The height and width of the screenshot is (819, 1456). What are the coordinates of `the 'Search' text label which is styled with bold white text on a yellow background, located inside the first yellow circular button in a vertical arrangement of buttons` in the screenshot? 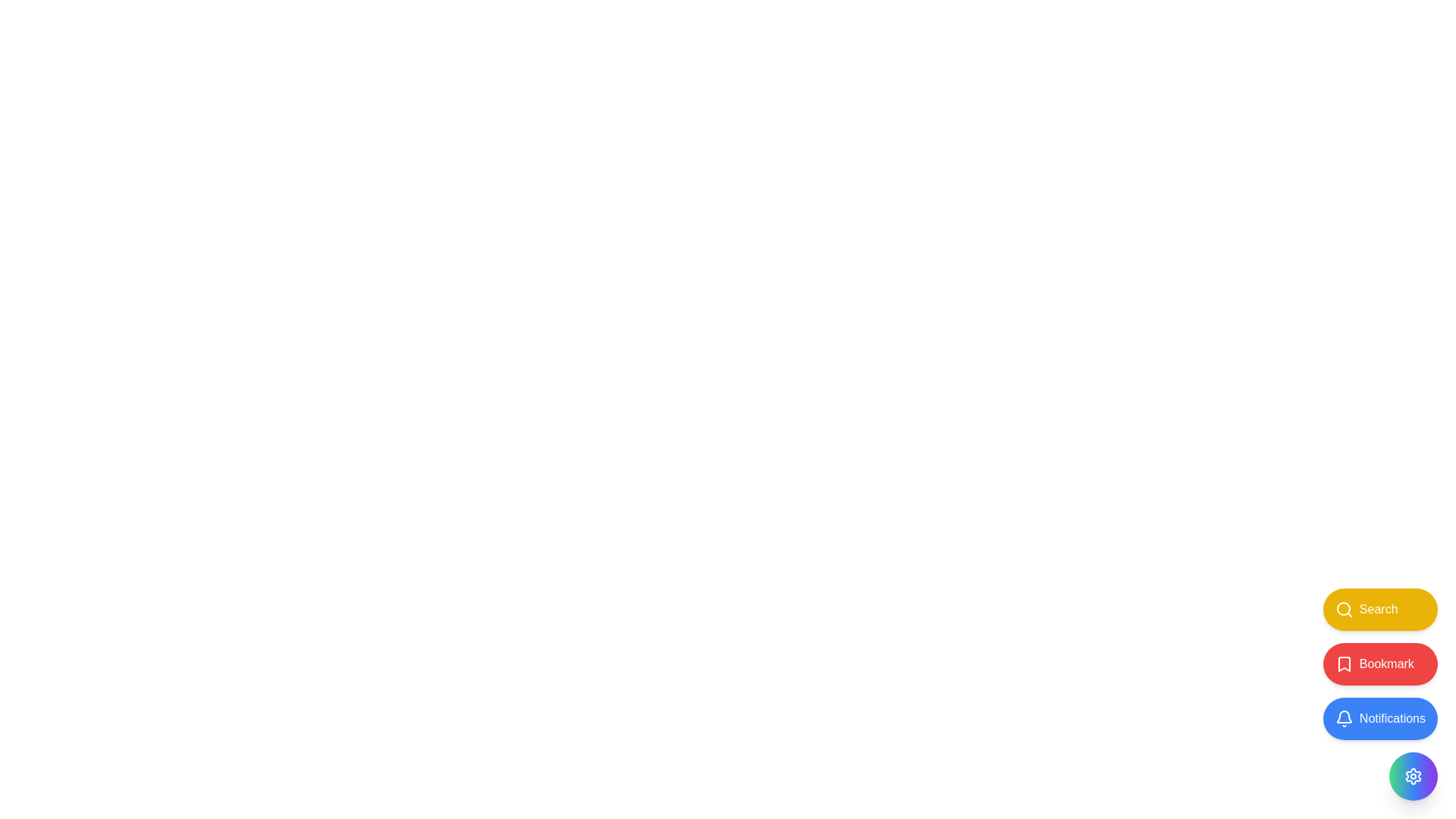 It's located at (1379, 608).